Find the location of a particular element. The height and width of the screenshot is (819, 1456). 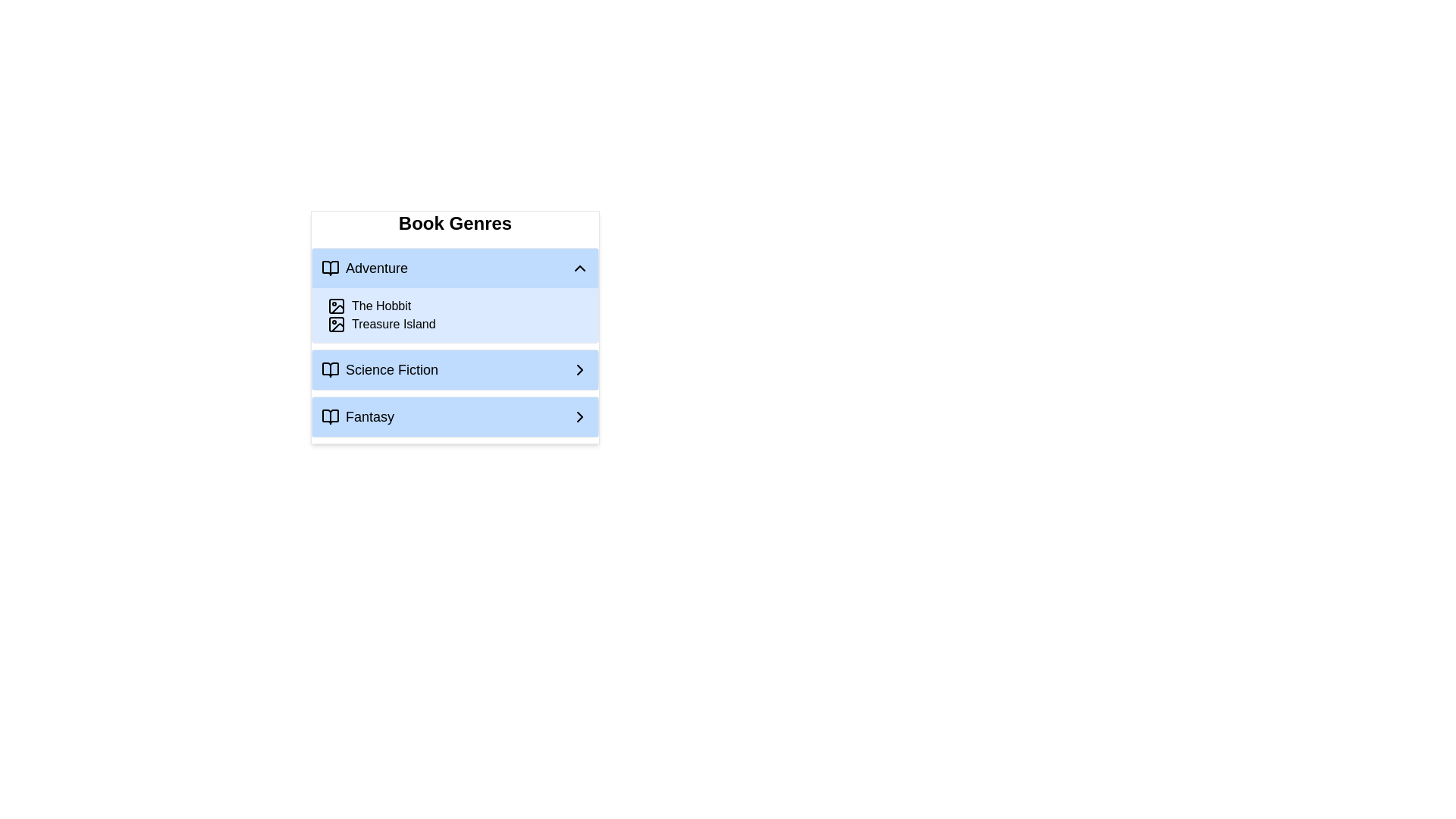

the open book icon located to the left of the 'Adventure' text in the 'Book Genres' section is located at coordinates (330, 268).